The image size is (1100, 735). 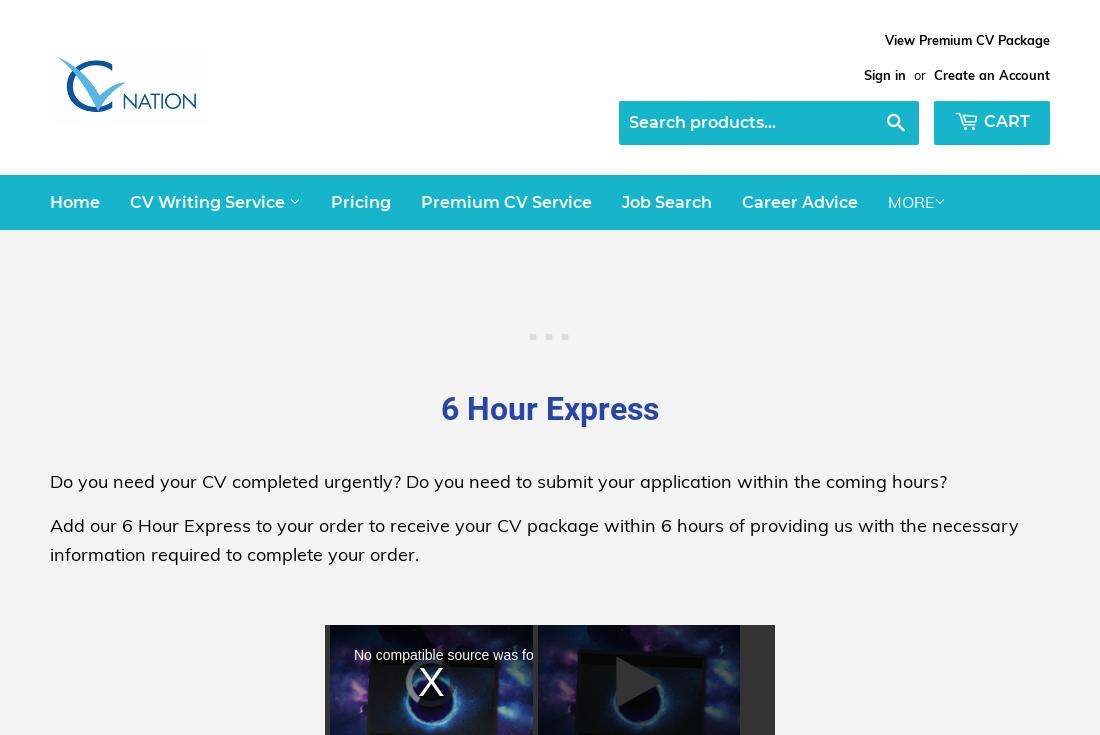 What do you see at coordinates (439, 409) in the screenshot?
I see `'6 Hour Express'` at bounding box center [439, 409].